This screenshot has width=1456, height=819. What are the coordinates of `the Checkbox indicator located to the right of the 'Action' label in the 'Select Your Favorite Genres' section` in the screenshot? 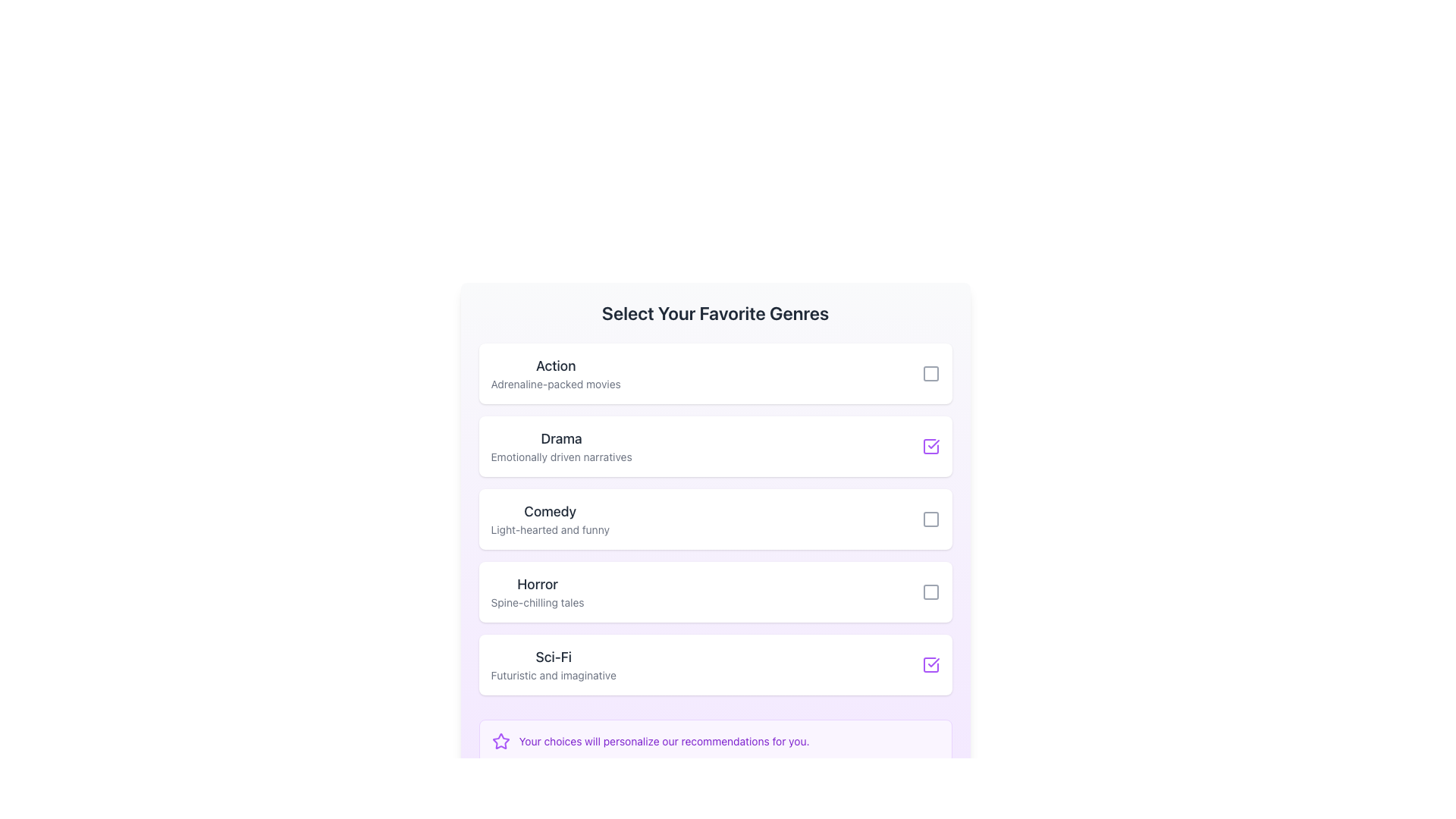 It's located at (930, 374).